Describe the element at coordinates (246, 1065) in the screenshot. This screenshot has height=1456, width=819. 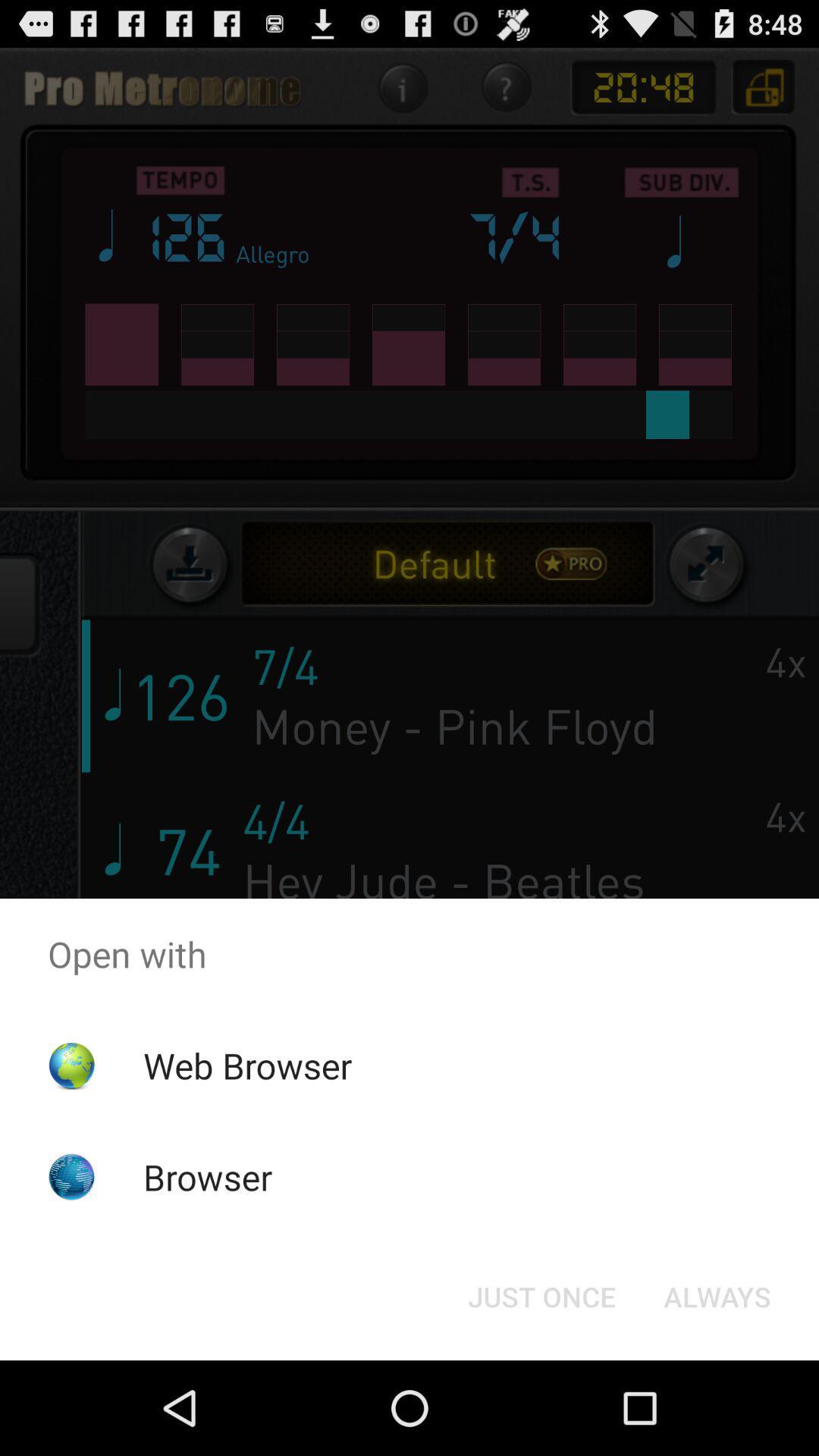
I see `app above the browser app` at that location.